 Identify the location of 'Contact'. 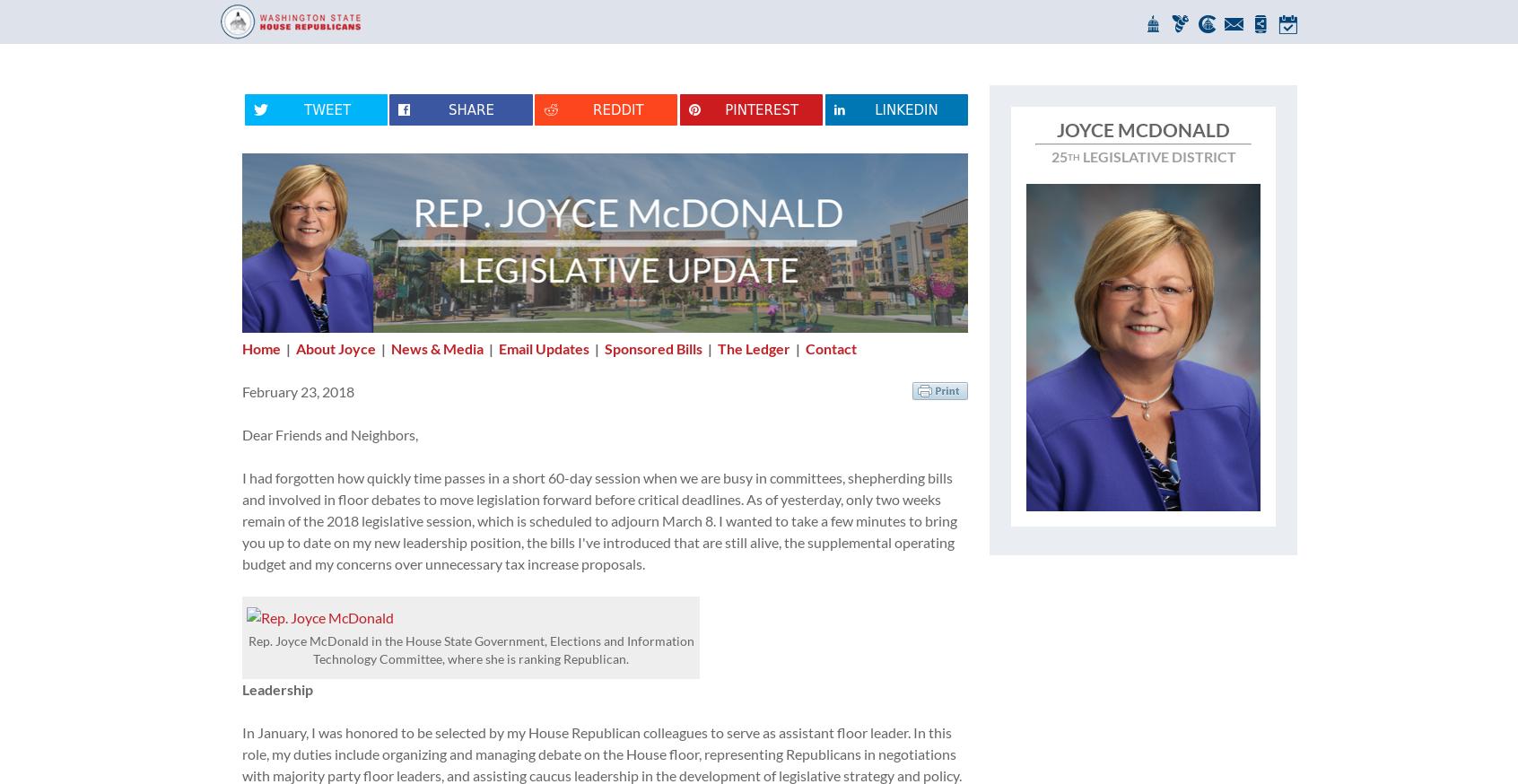
(831, 348).